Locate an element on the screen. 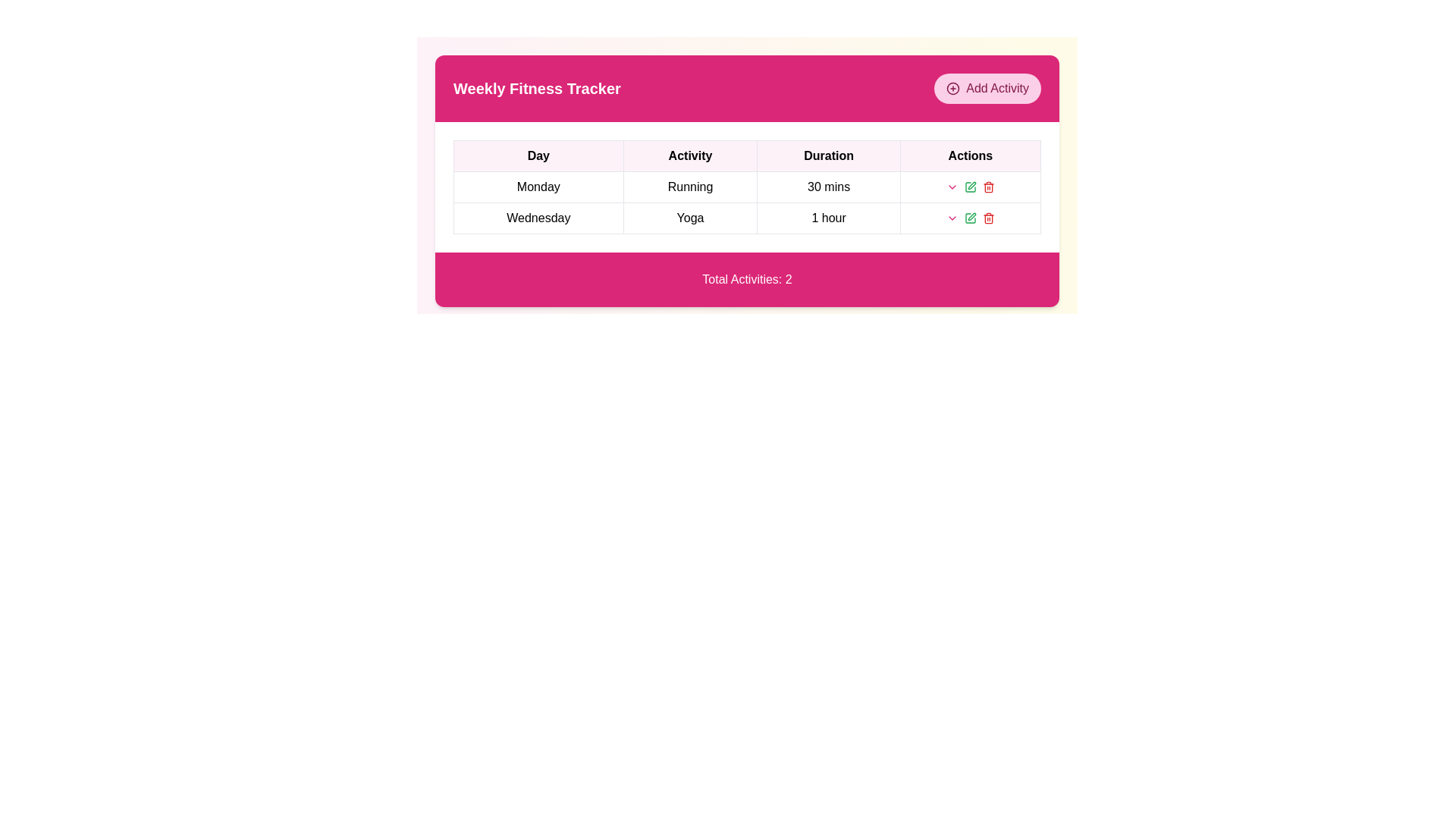  the text label displaying '30 mins' for the 'Running' activity on 'Monday', located in the 'Duration' column of the first row of the table is located at coordinates (828, 186).